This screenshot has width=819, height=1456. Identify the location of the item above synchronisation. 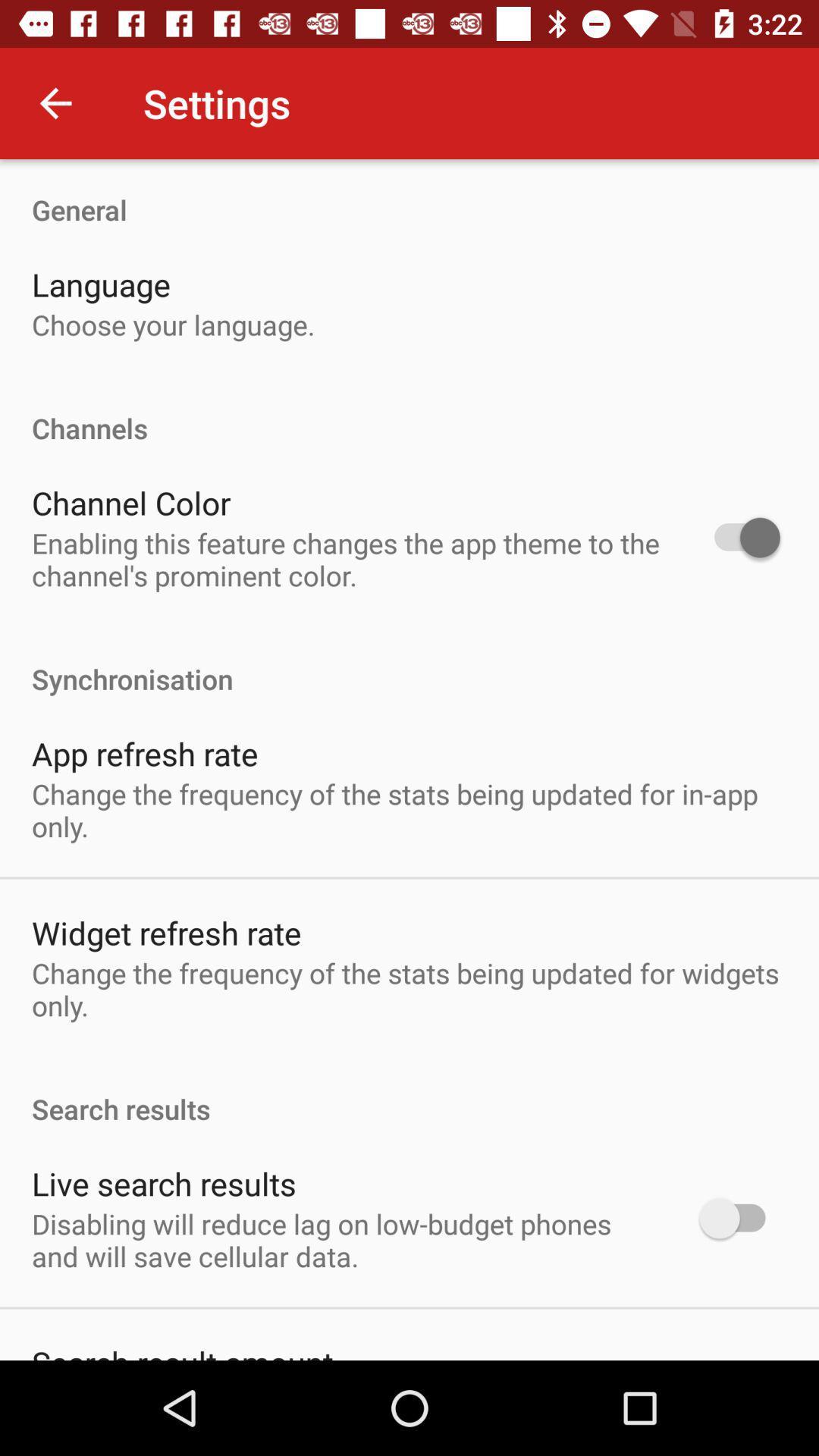
(346, 558).